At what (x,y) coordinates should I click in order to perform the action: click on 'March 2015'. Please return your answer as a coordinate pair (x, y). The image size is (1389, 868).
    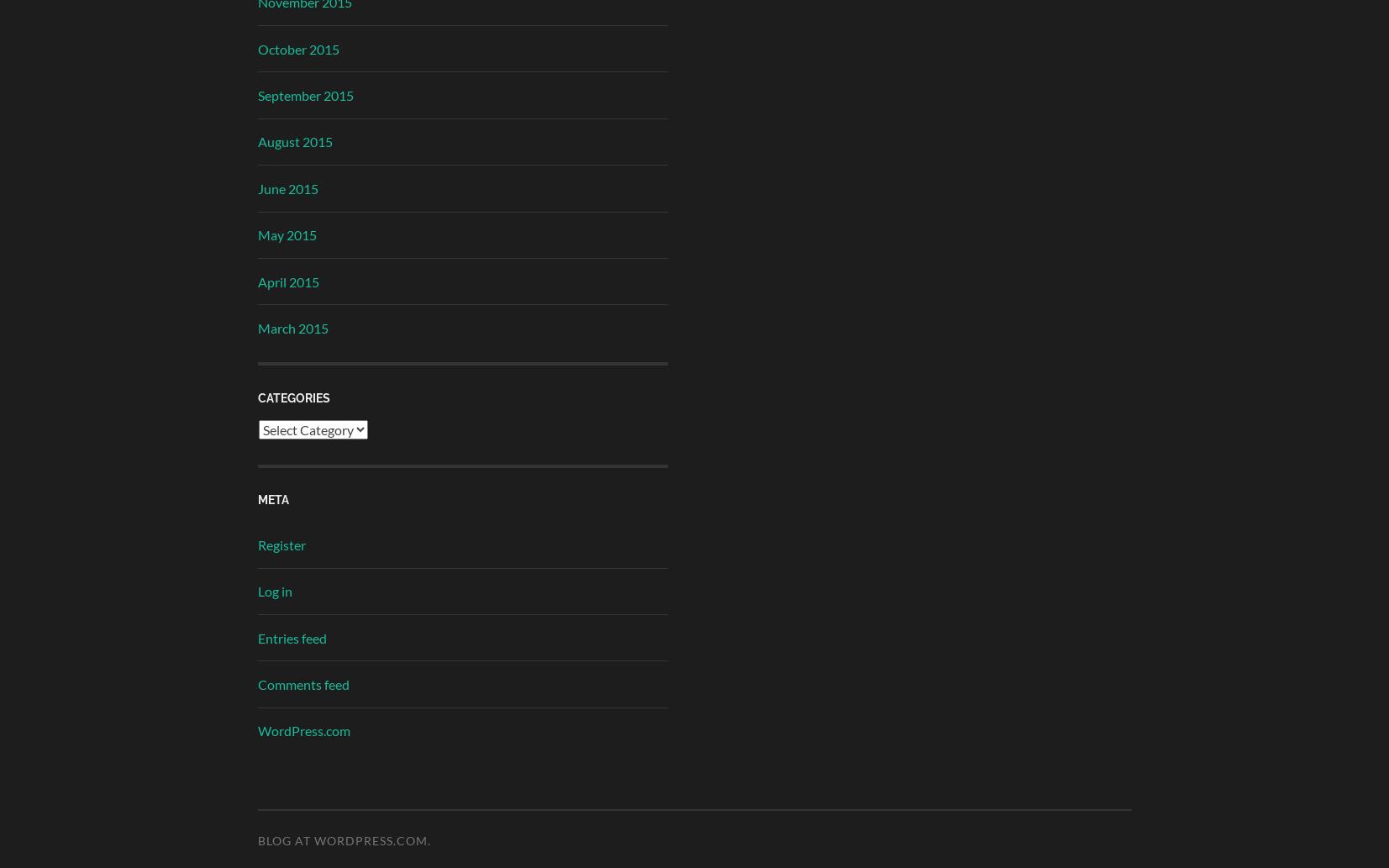
    Looking at the image, I should click on (291, 327).